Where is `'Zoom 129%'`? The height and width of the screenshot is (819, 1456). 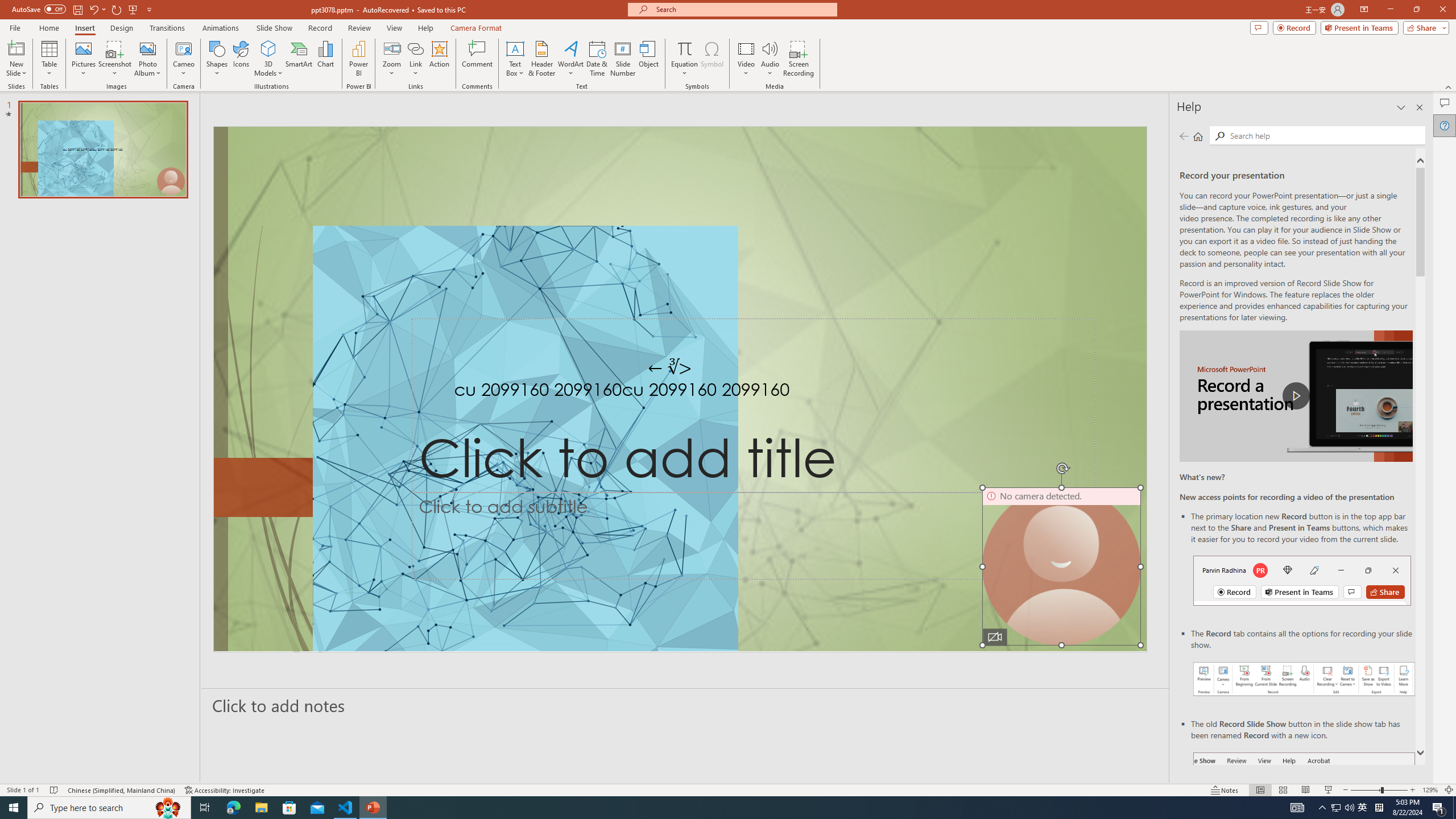 'Zoom 129%' is located at coordinates (1430, 790).